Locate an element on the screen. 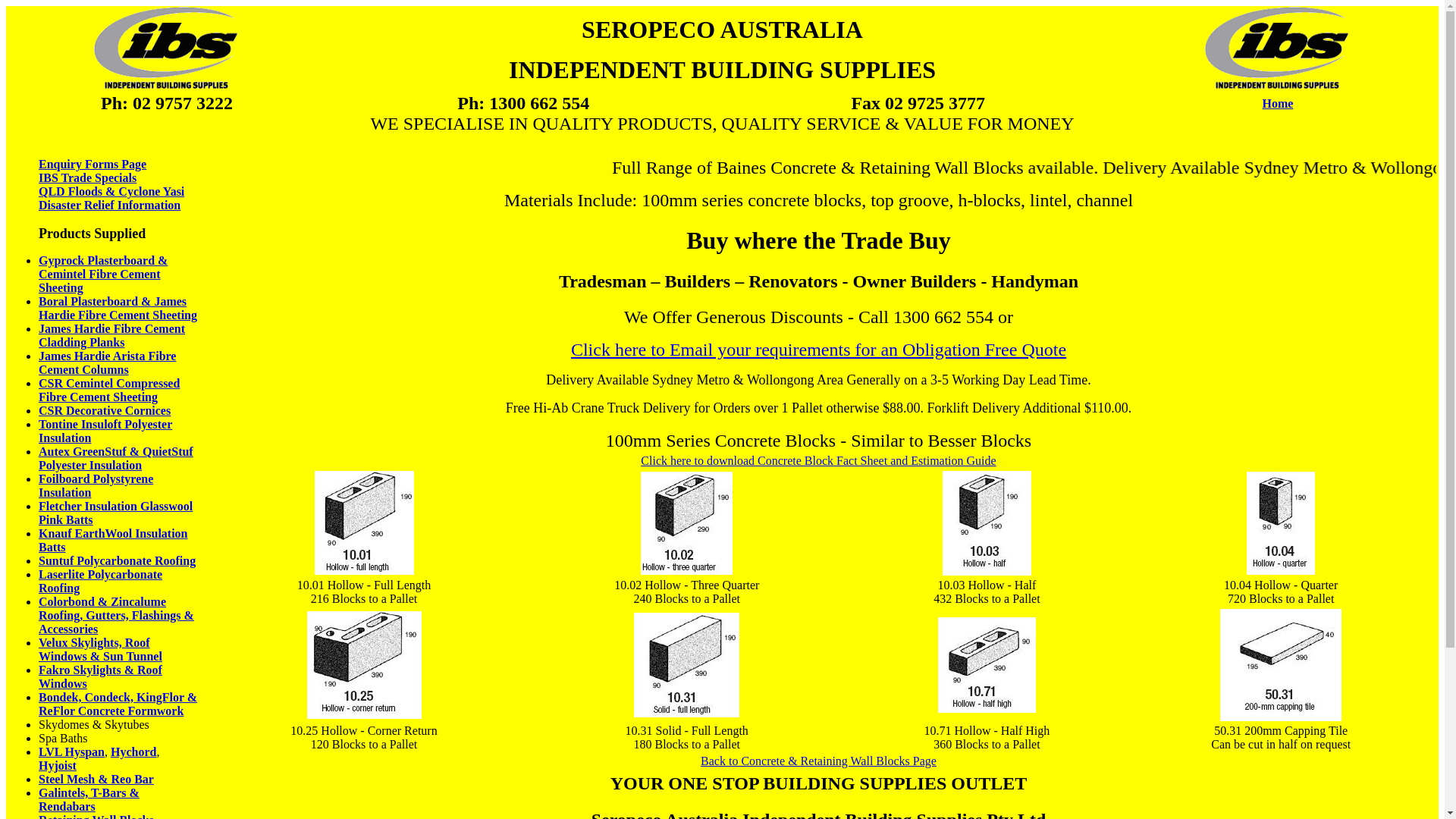  'Hyjoist' is located at coordinates (58, 765).